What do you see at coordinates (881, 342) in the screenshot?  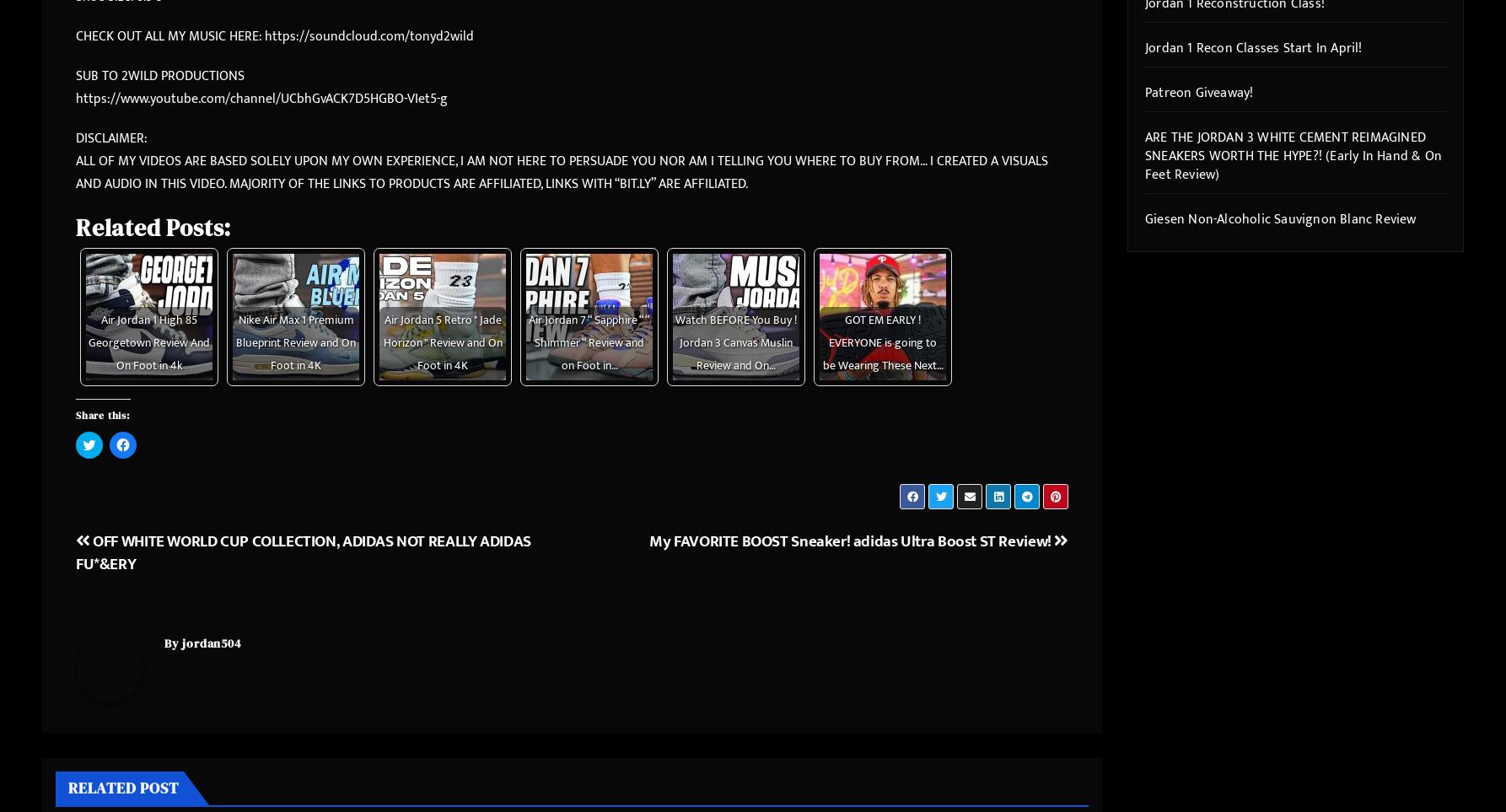 I see `'GOT EM EARLY ! EVERYONE is going to be Wearing These Next…'` at bounding box center [881, 342].